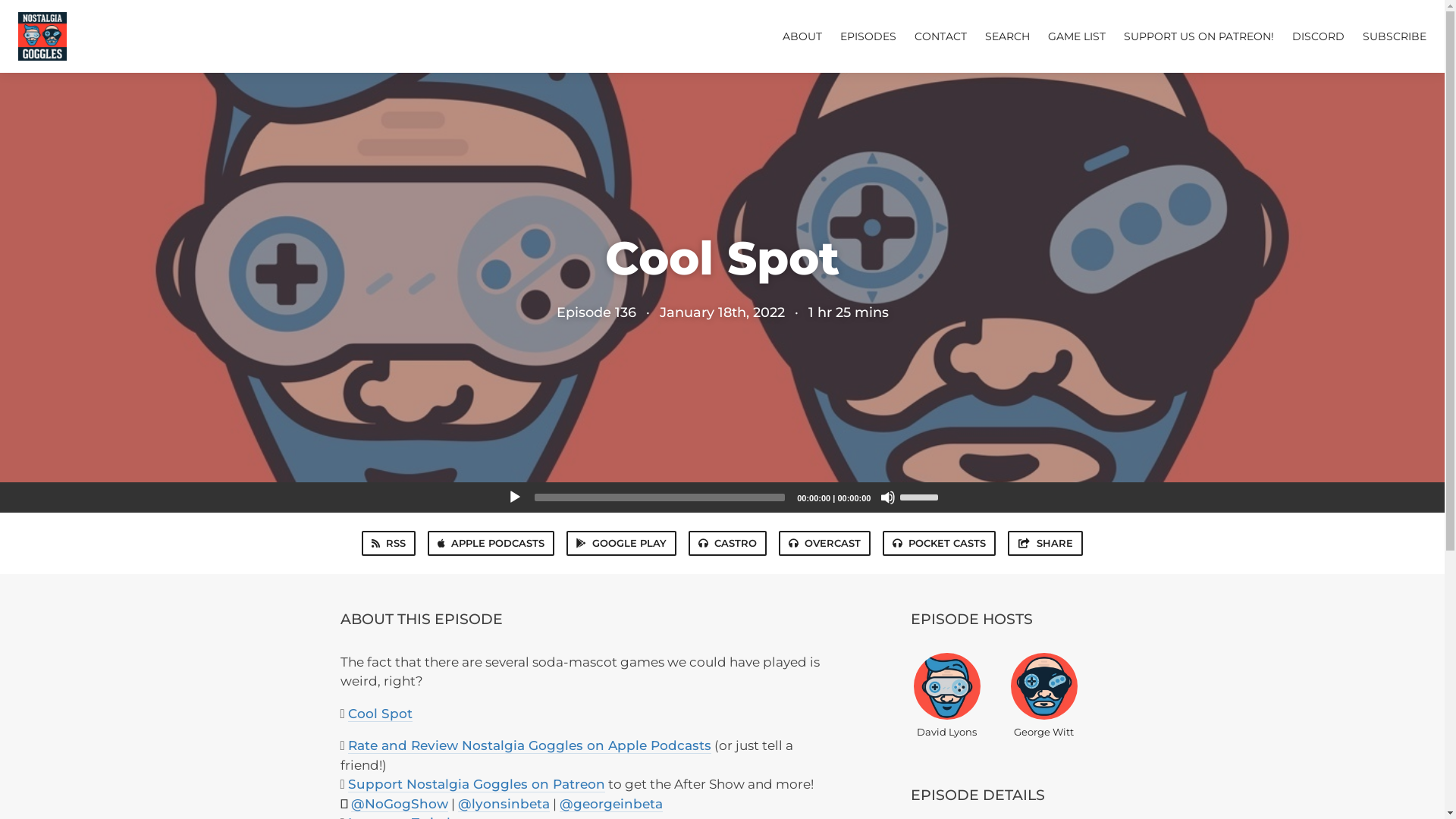  I want to click on 'Mute', so click(887, 497).